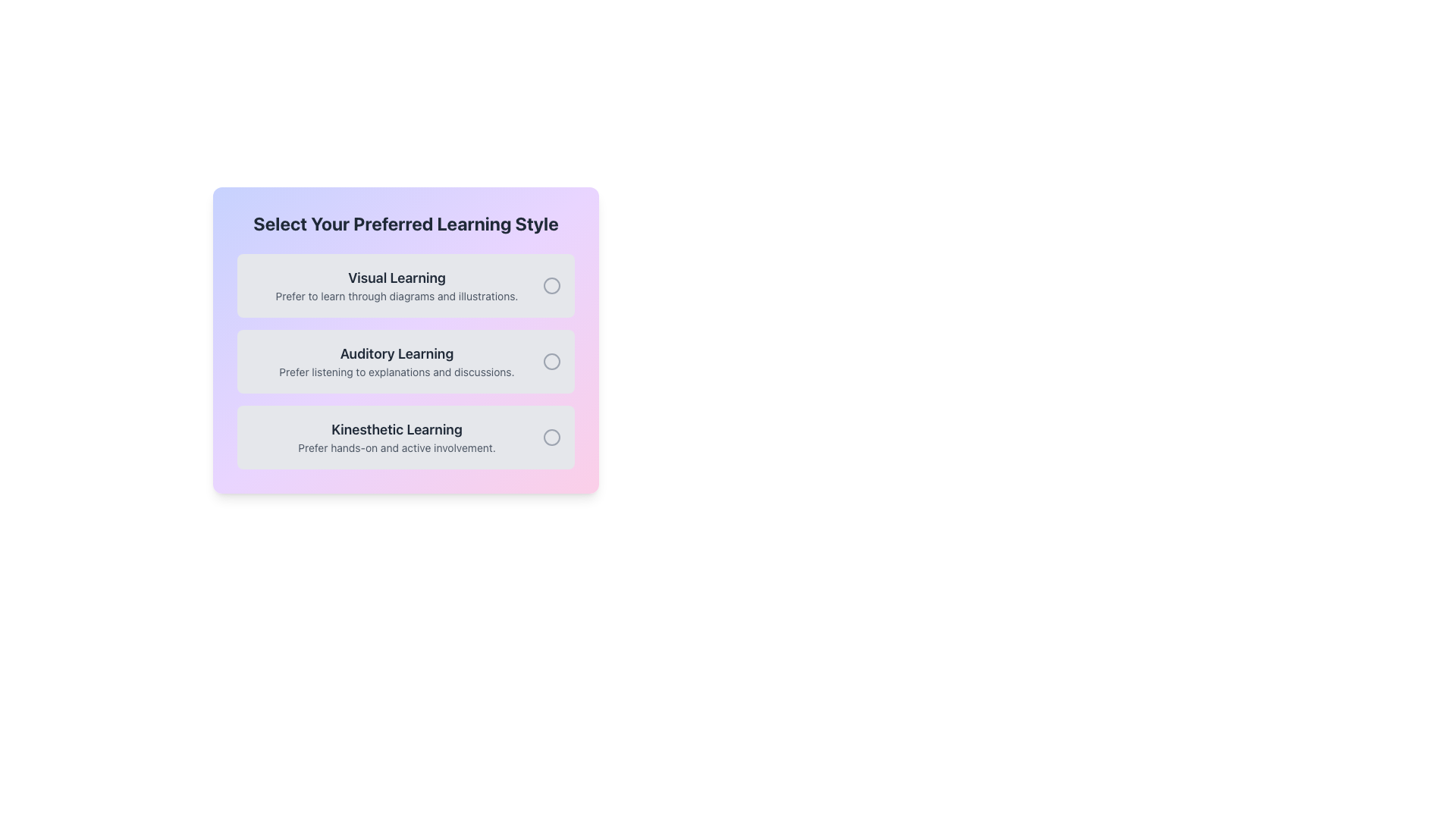 This screenshot has height=819, width=1456. What do you see at coordinates (551, 362) in the screenshot?
I see `the 'Auditory Learning' radio button` at bounding box center [551, 362].